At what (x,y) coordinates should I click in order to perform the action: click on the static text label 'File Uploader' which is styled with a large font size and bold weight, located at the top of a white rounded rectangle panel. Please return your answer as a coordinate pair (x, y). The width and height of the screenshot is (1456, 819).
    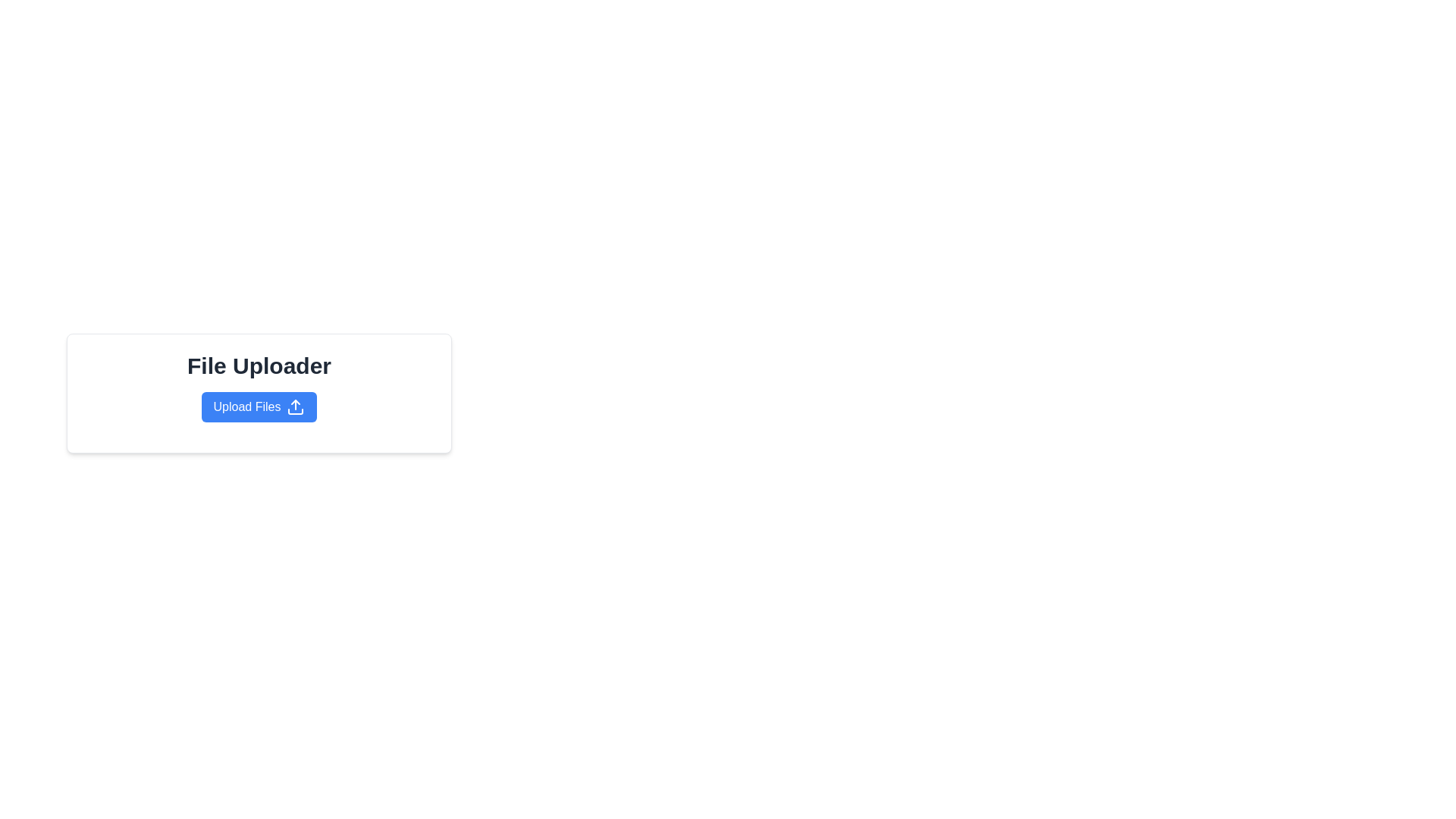
    Looking at the image, I should click on (259, 366).